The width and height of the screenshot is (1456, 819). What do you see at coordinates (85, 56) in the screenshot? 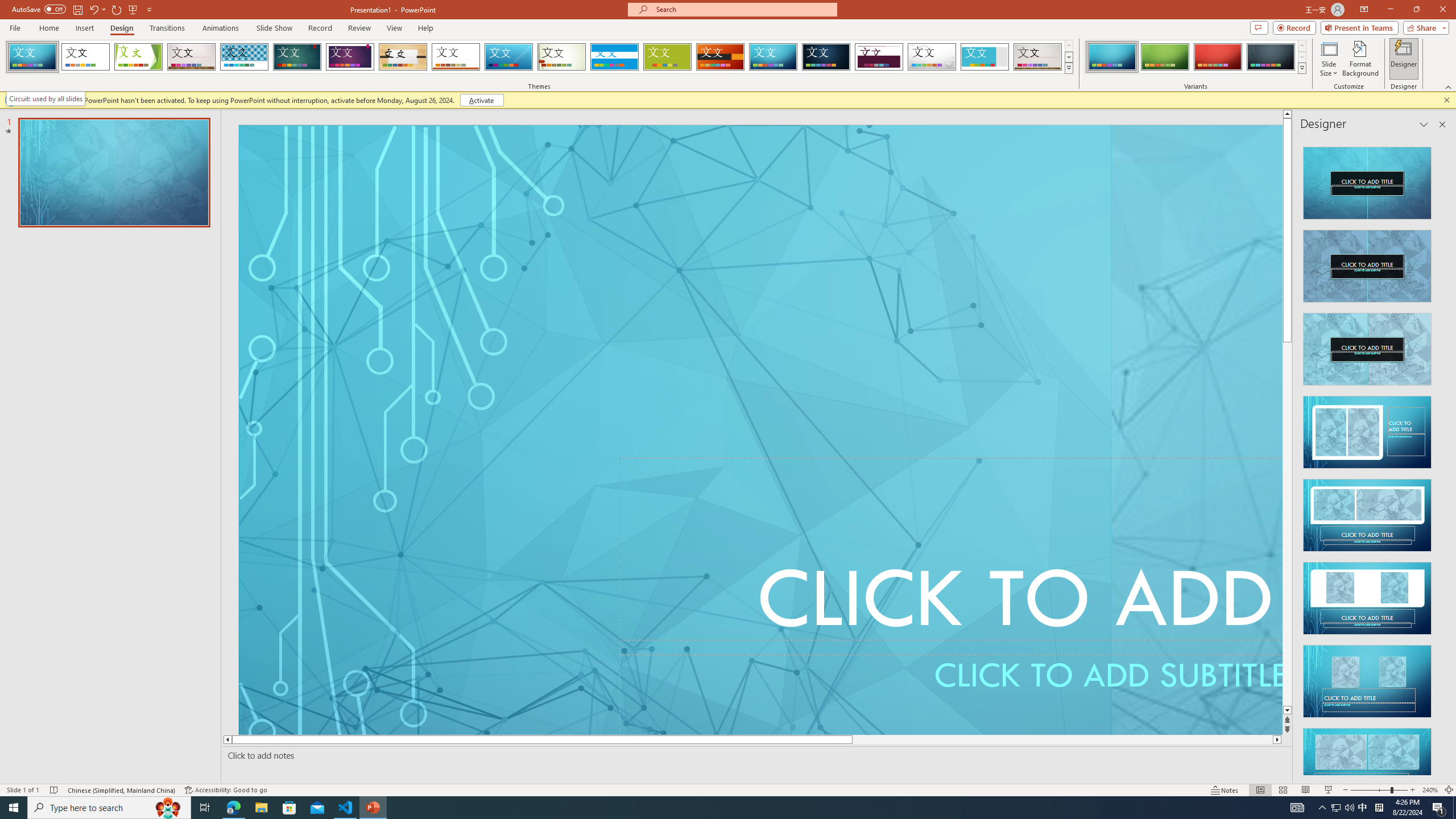
I see `'Office Theme'` at bounding box center [85, 56].